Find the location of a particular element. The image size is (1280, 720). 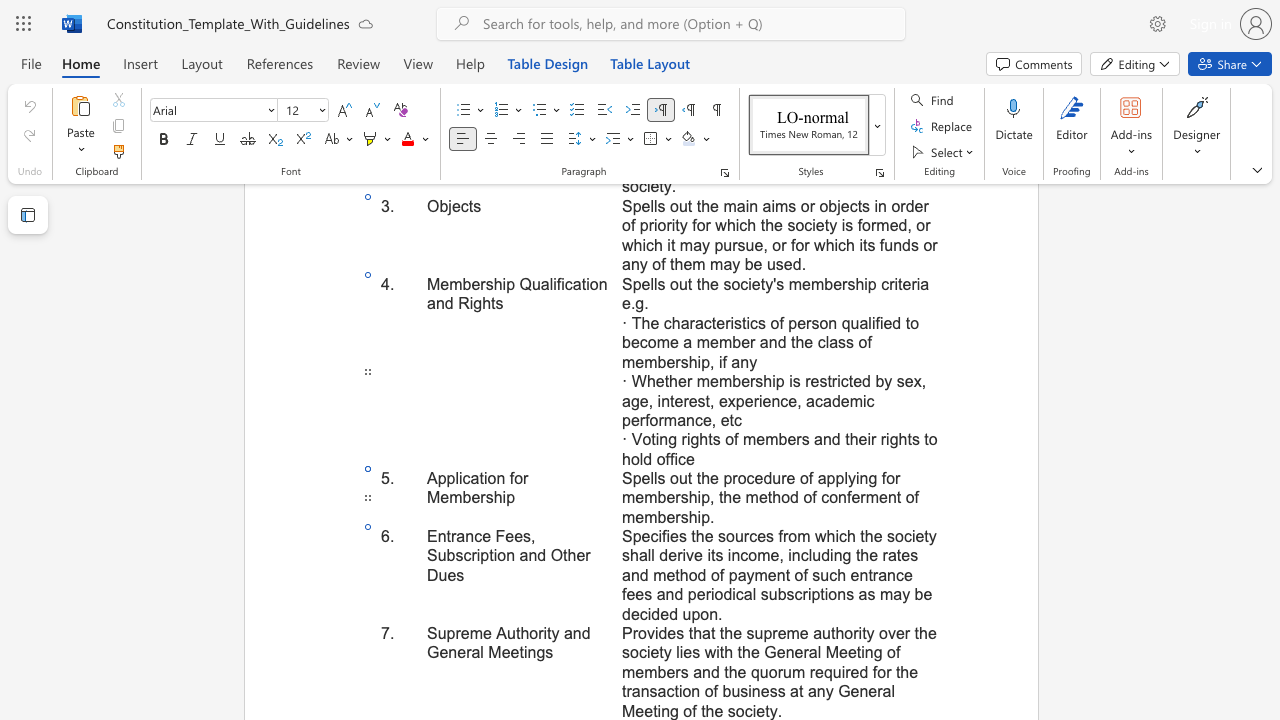

the 2th character "c" in the text is located at coordinates (670, 690).